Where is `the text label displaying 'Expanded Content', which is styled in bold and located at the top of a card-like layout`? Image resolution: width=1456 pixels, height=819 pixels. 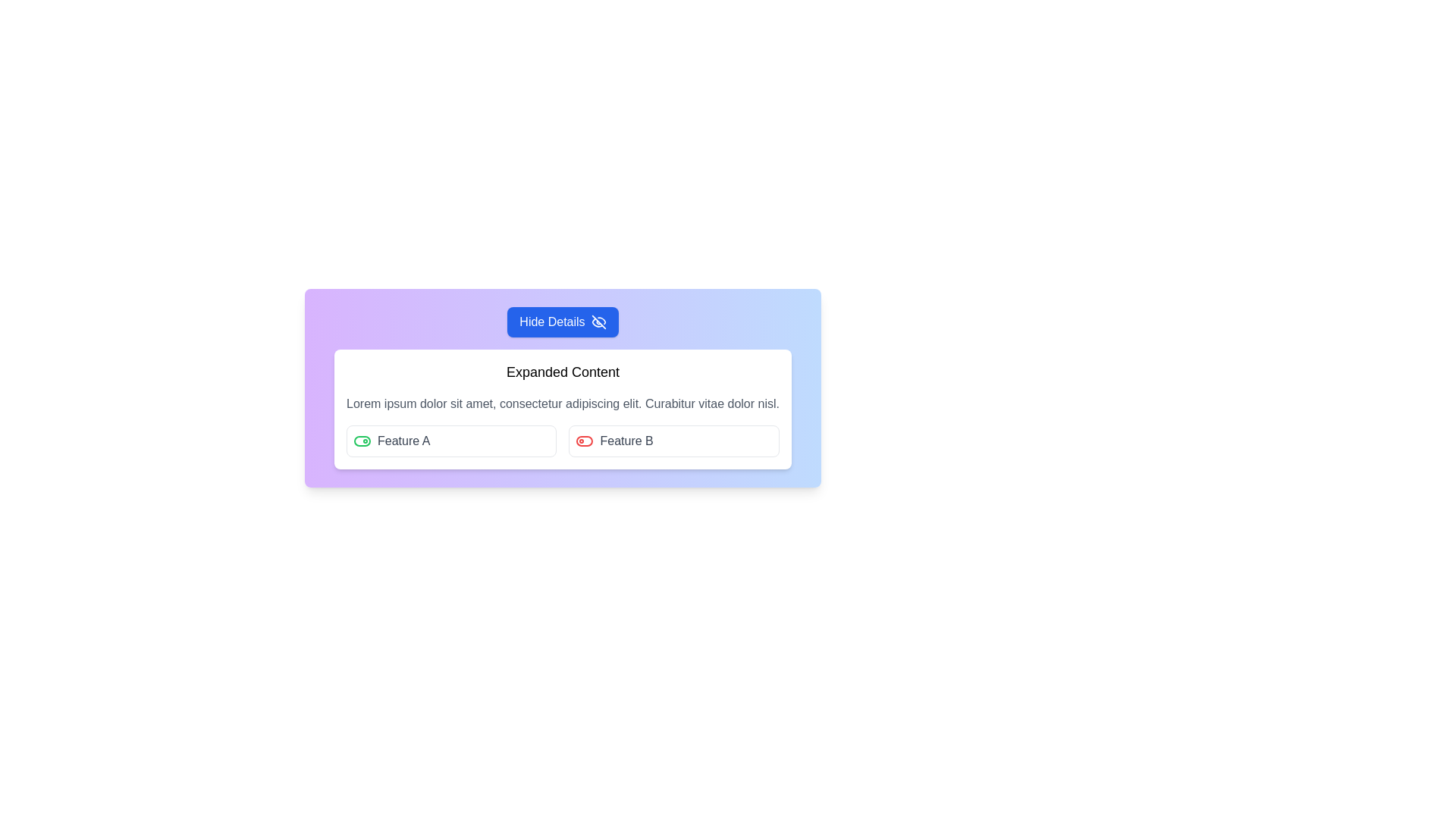
the text label displaying 'Expanded Content', which is styled in bold and located at the top of a card-like layout is located at coordinates (562, 372).